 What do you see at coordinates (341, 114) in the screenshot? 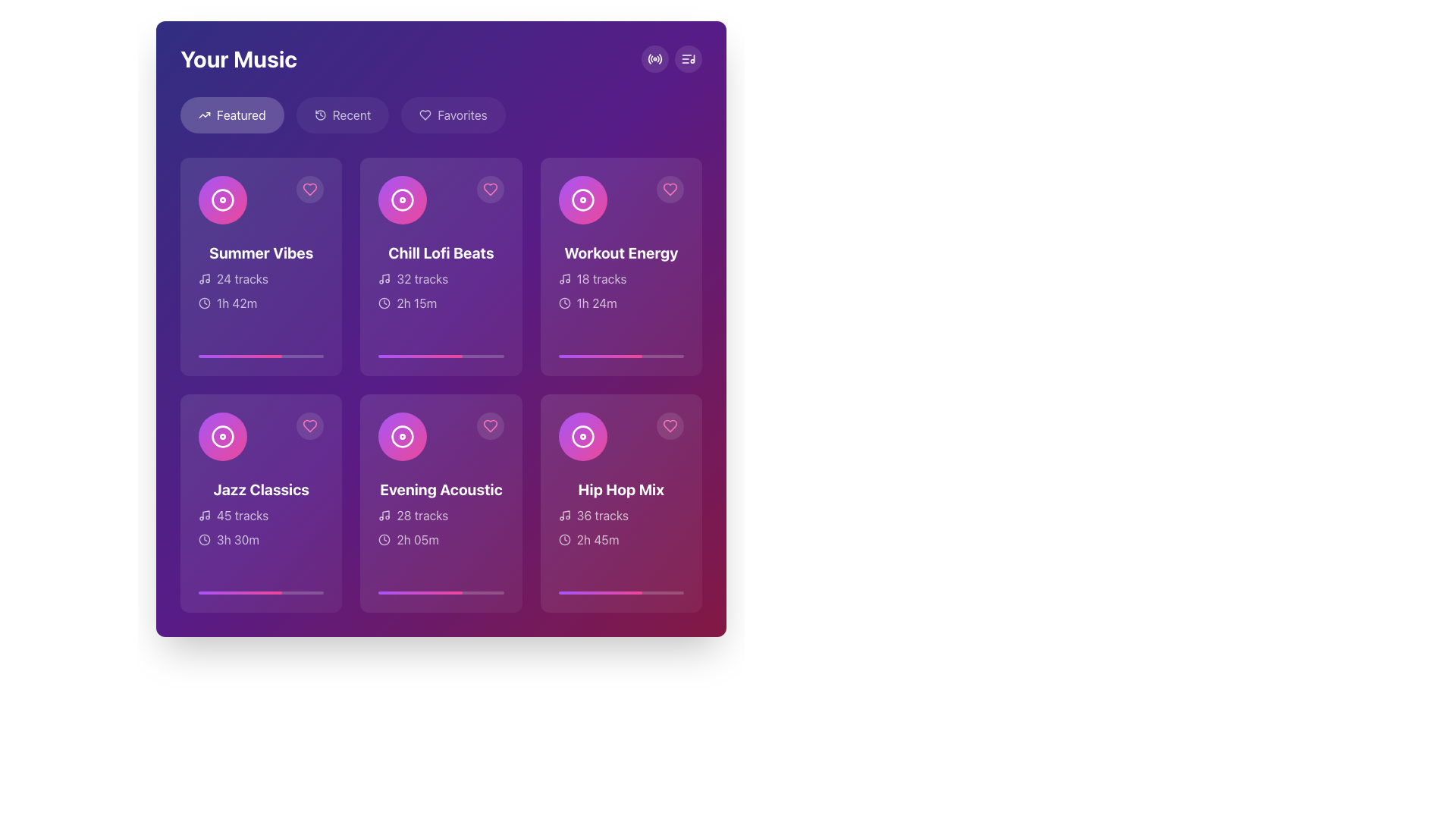
I see `the 'Recent' button in the horizontal navigation menu to trigger its hover state` at bounding box center [341, 114].